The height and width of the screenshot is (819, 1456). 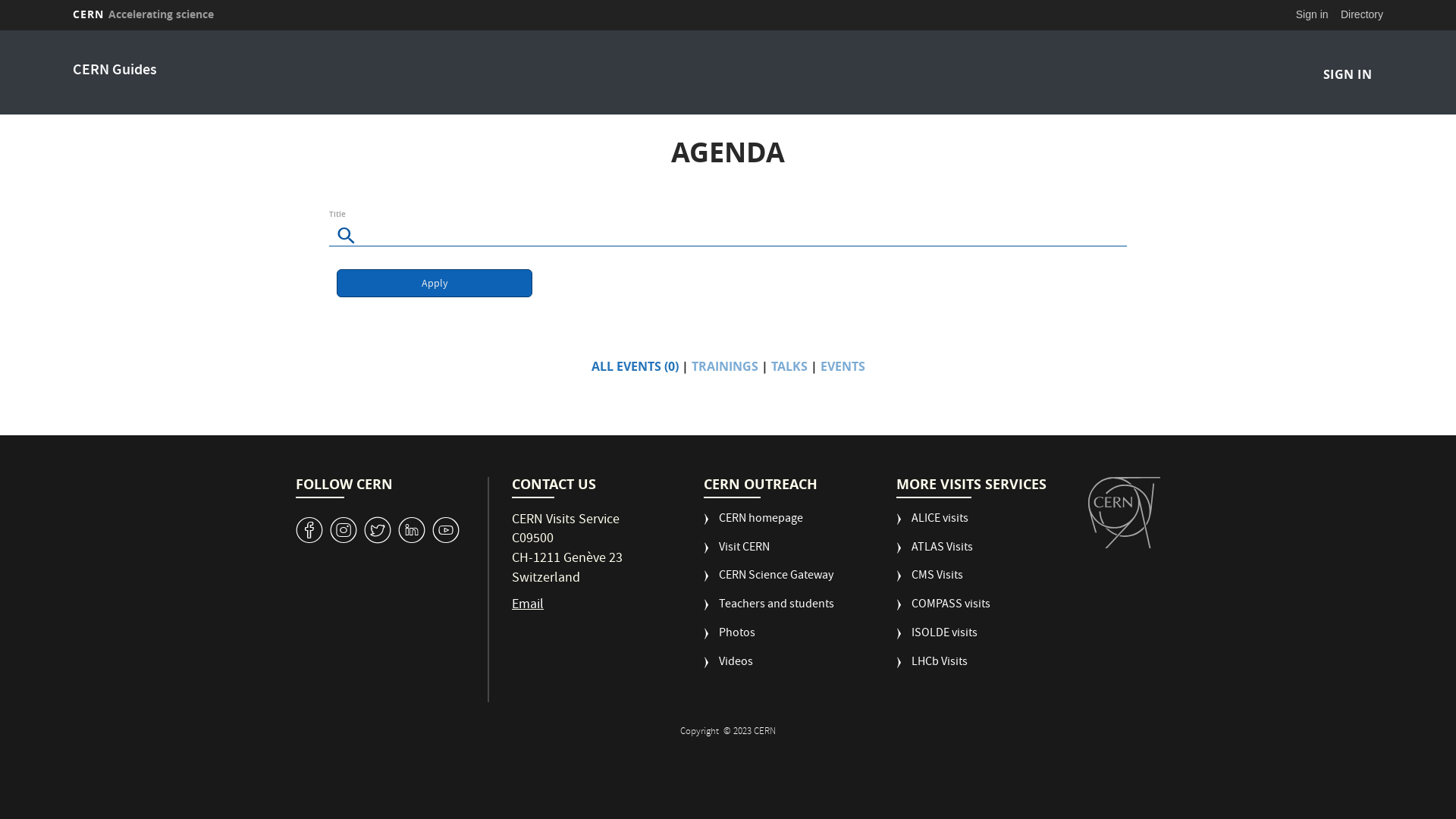 I want to click on 'CERN Accelerating science', so click(x=143, y=14).